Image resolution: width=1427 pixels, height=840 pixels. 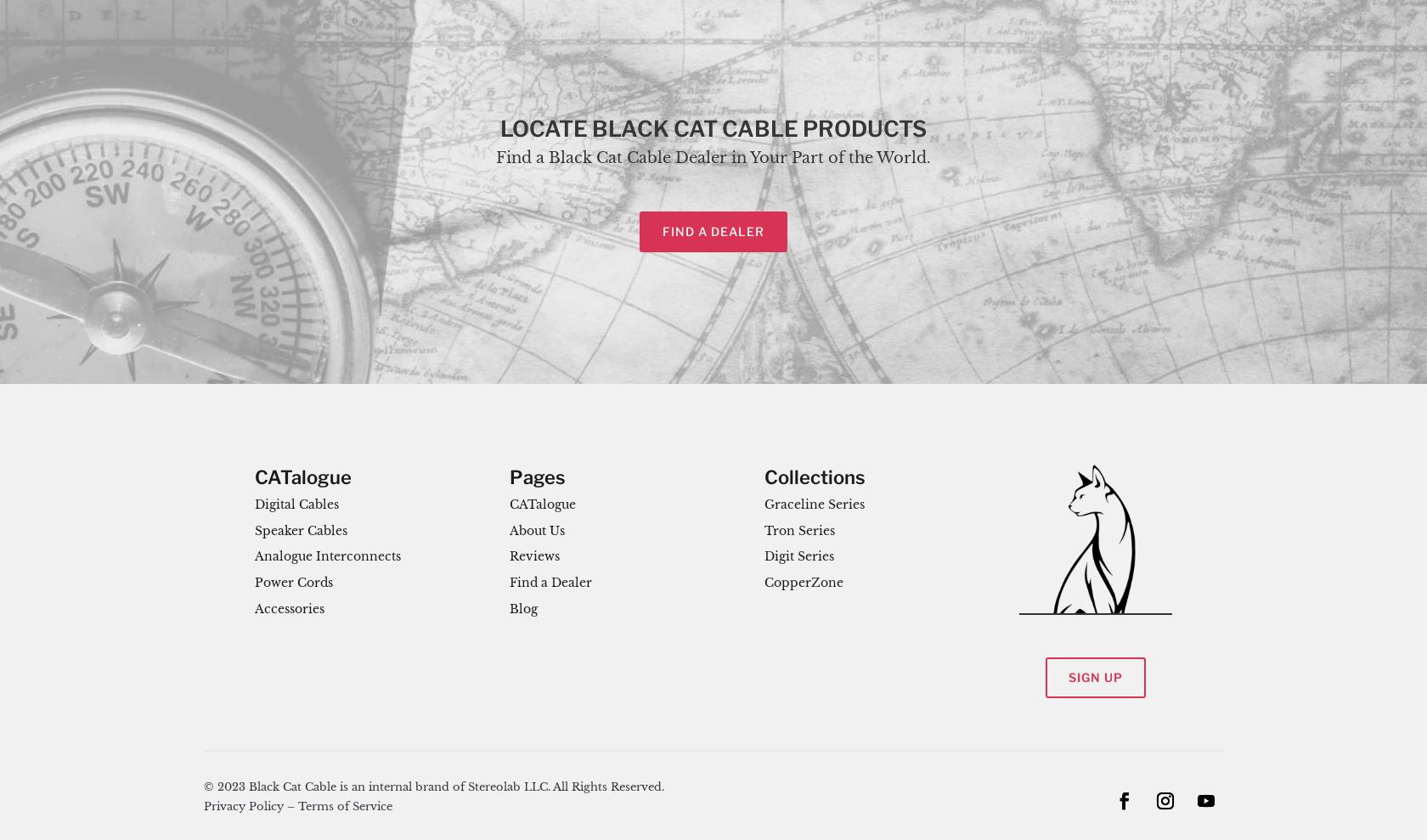 What do you see at coordinates (713, 127) in the screenshot?
I see `'Locate Black Cat Cable Products'` at bounding box center [713, 127].